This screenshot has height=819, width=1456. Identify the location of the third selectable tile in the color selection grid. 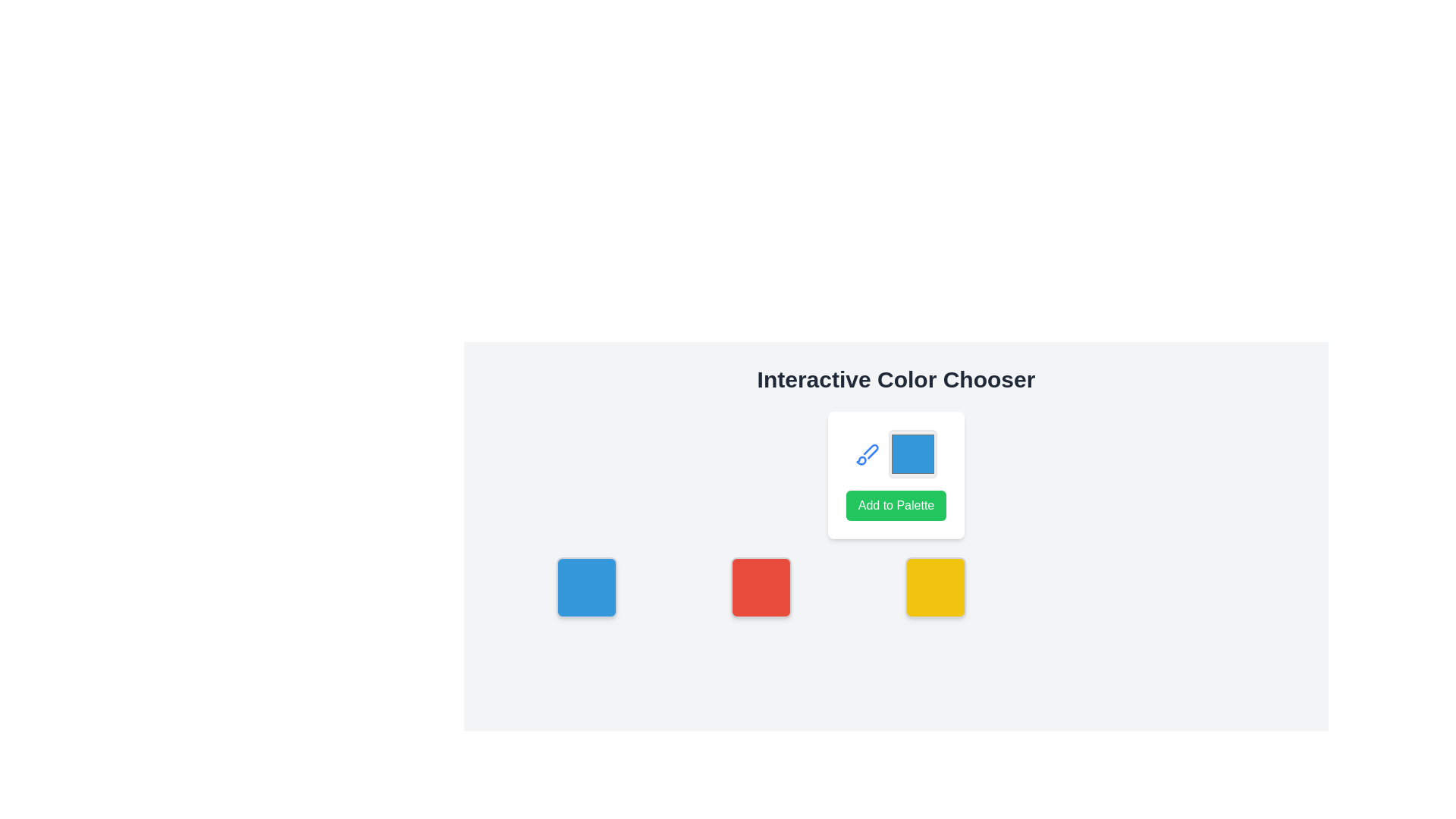
(934, 587).